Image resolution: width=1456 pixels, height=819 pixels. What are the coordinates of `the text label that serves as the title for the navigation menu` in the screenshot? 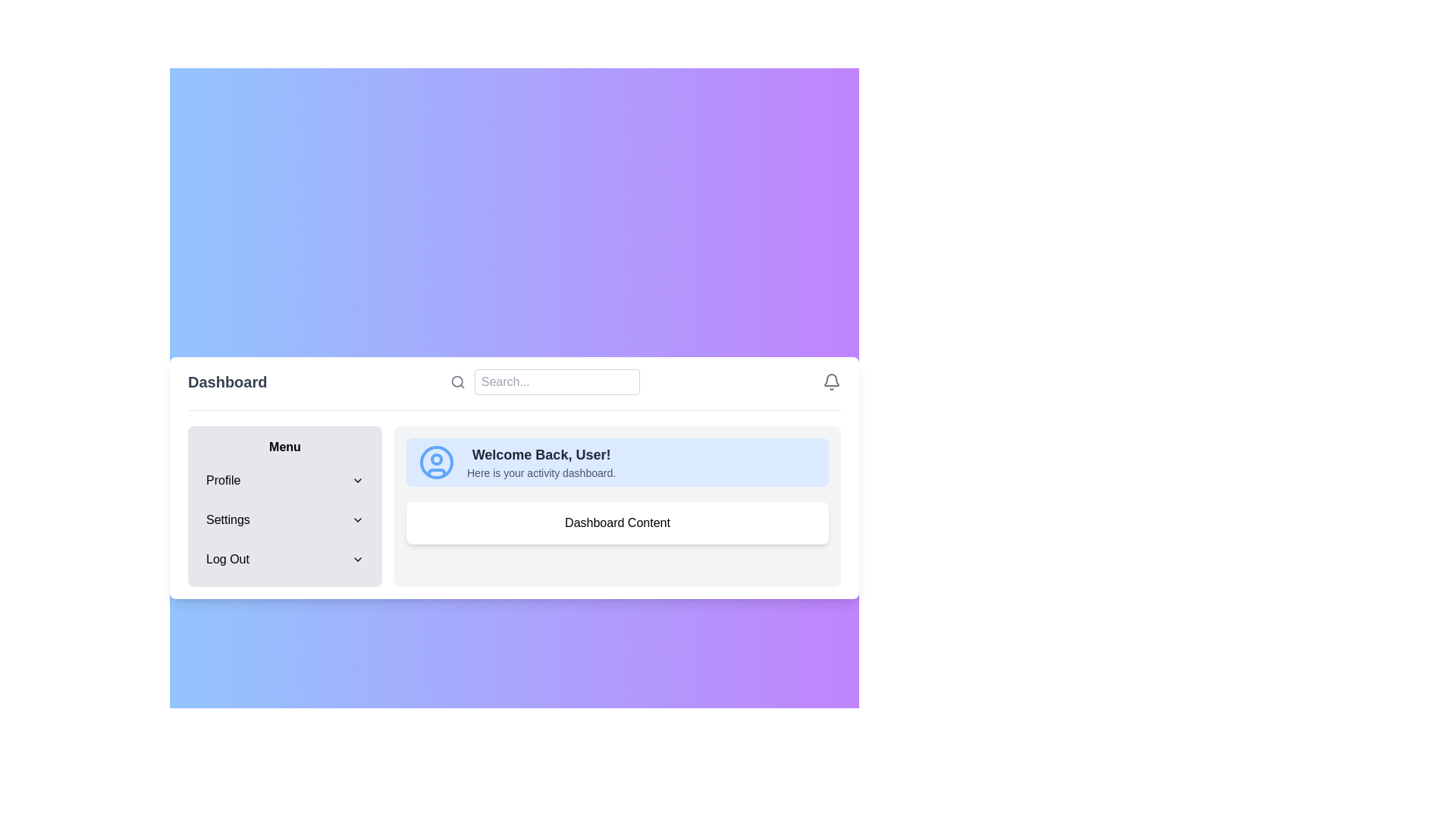 It's located at (284, 446).